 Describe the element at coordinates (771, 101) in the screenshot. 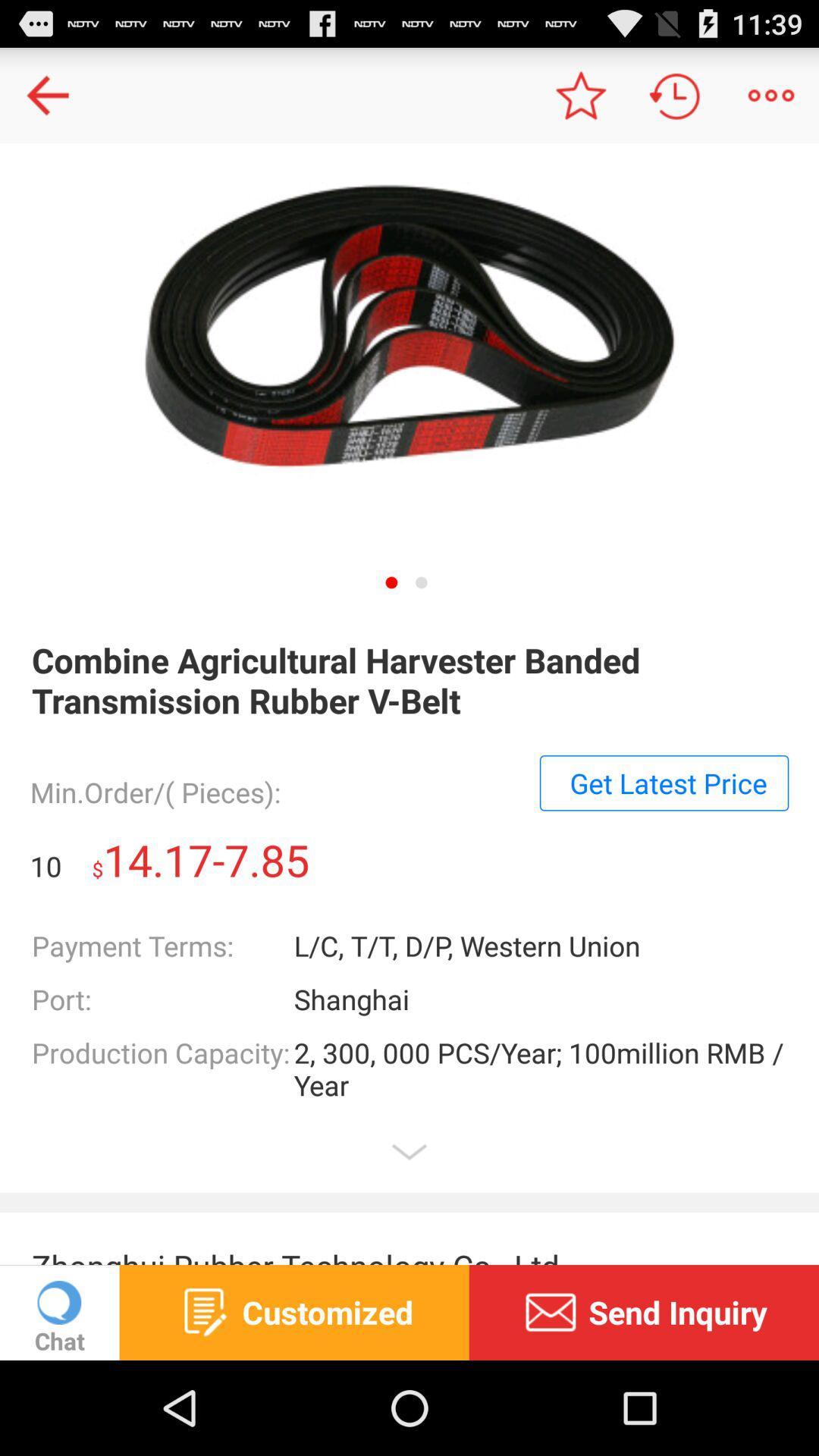

I see `the more icon` at that location.